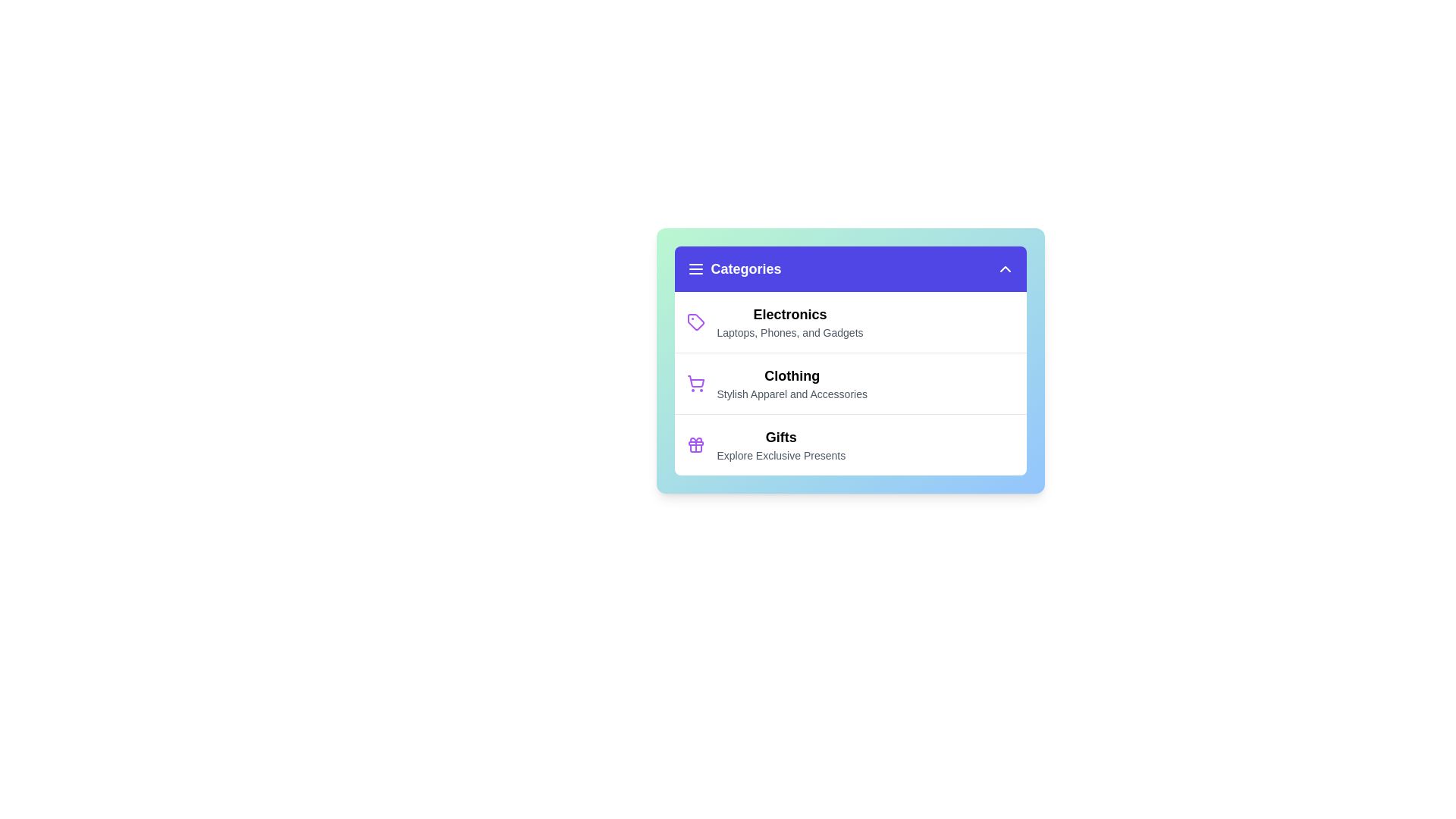  I want to click on the 'Clothing' category entry to select it, so click(791, 375).